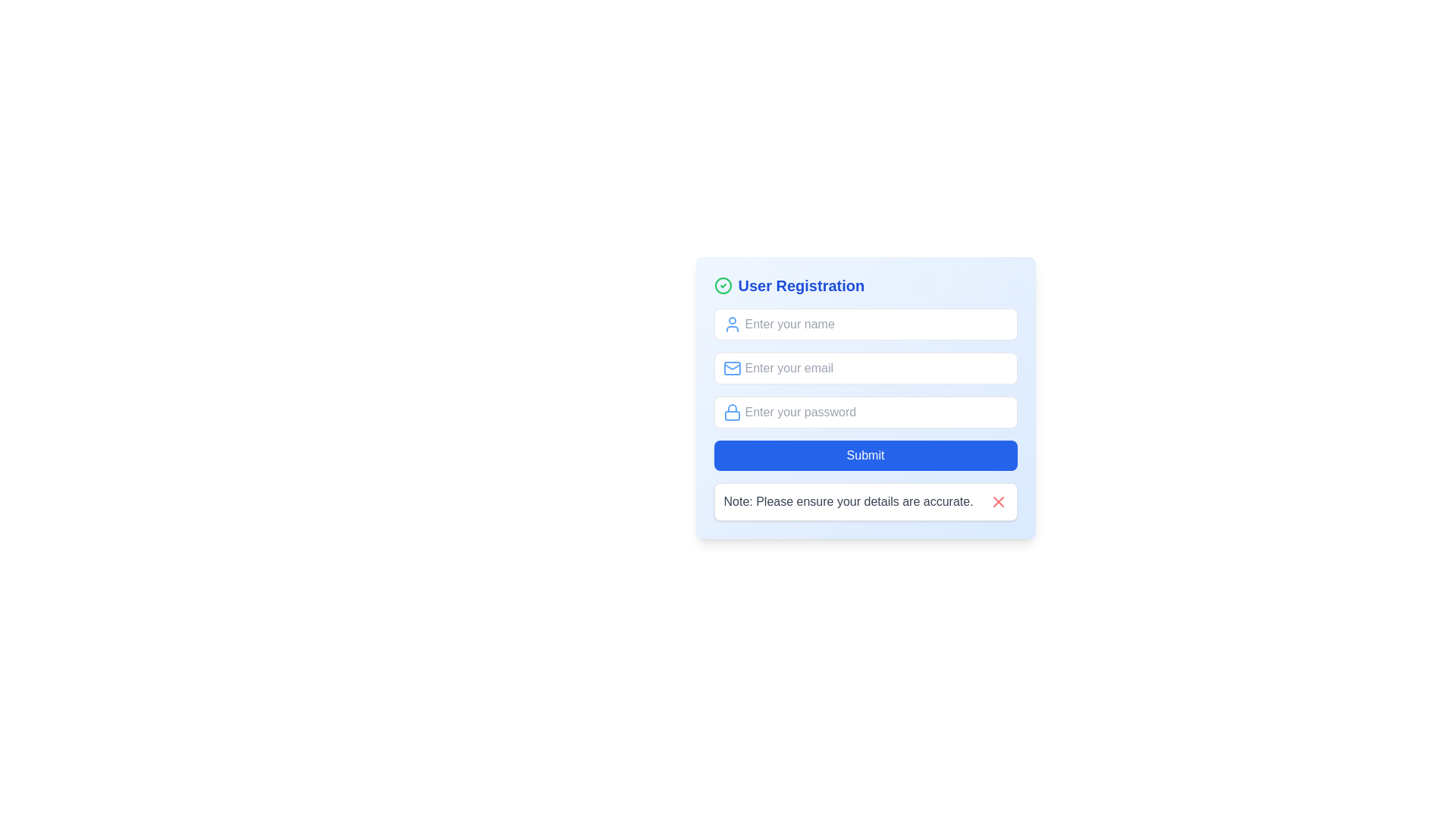  Describe the element at coordinates (722, 286) in the screenshot. I see `circular SVG element with a green border, which serves as an icon next to the 'User Registration' heading` at that location.